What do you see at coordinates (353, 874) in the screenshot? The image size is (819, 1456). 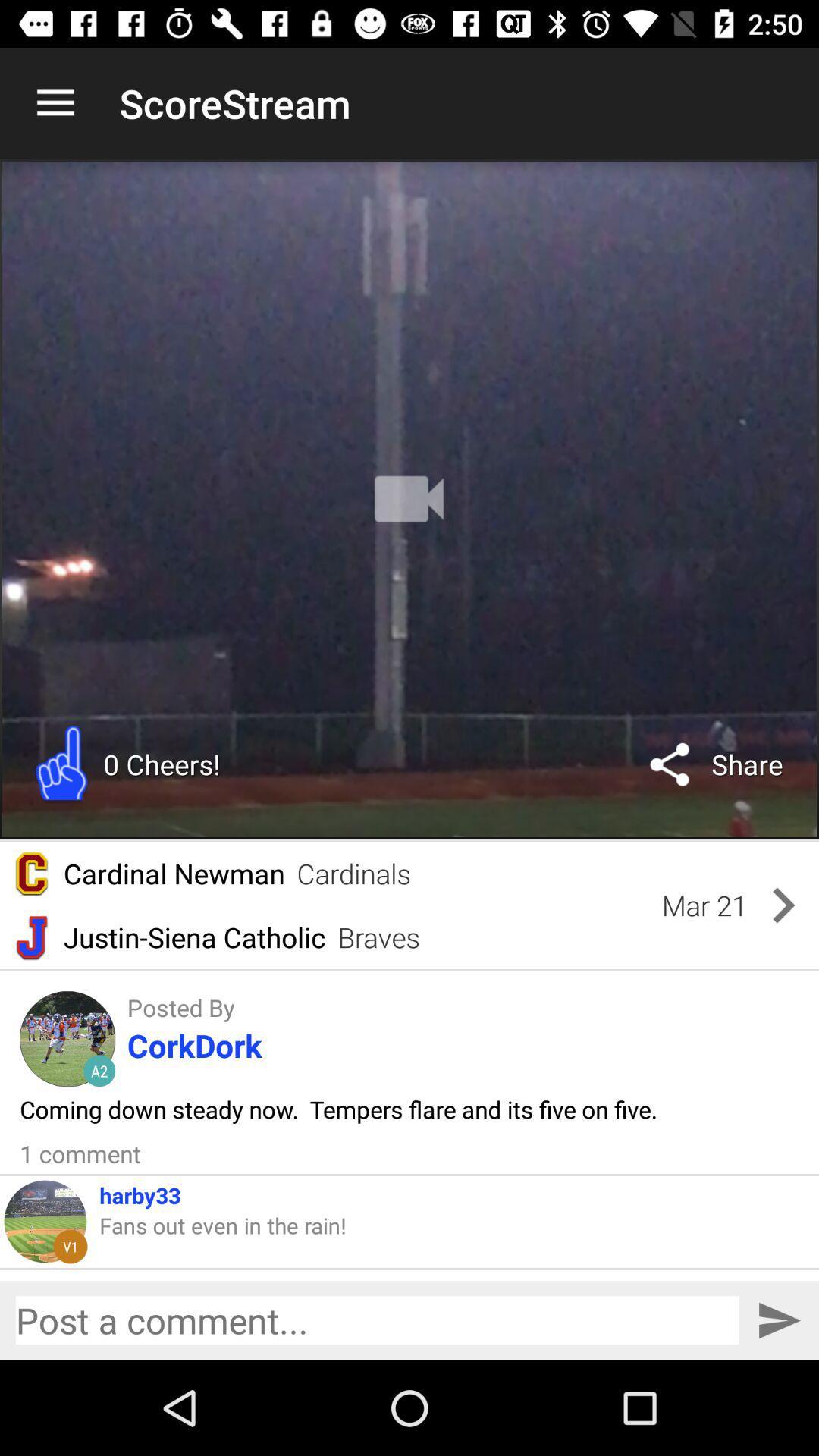 I see `the item above justin-siena catholic item` at bounding box center [353, 874].